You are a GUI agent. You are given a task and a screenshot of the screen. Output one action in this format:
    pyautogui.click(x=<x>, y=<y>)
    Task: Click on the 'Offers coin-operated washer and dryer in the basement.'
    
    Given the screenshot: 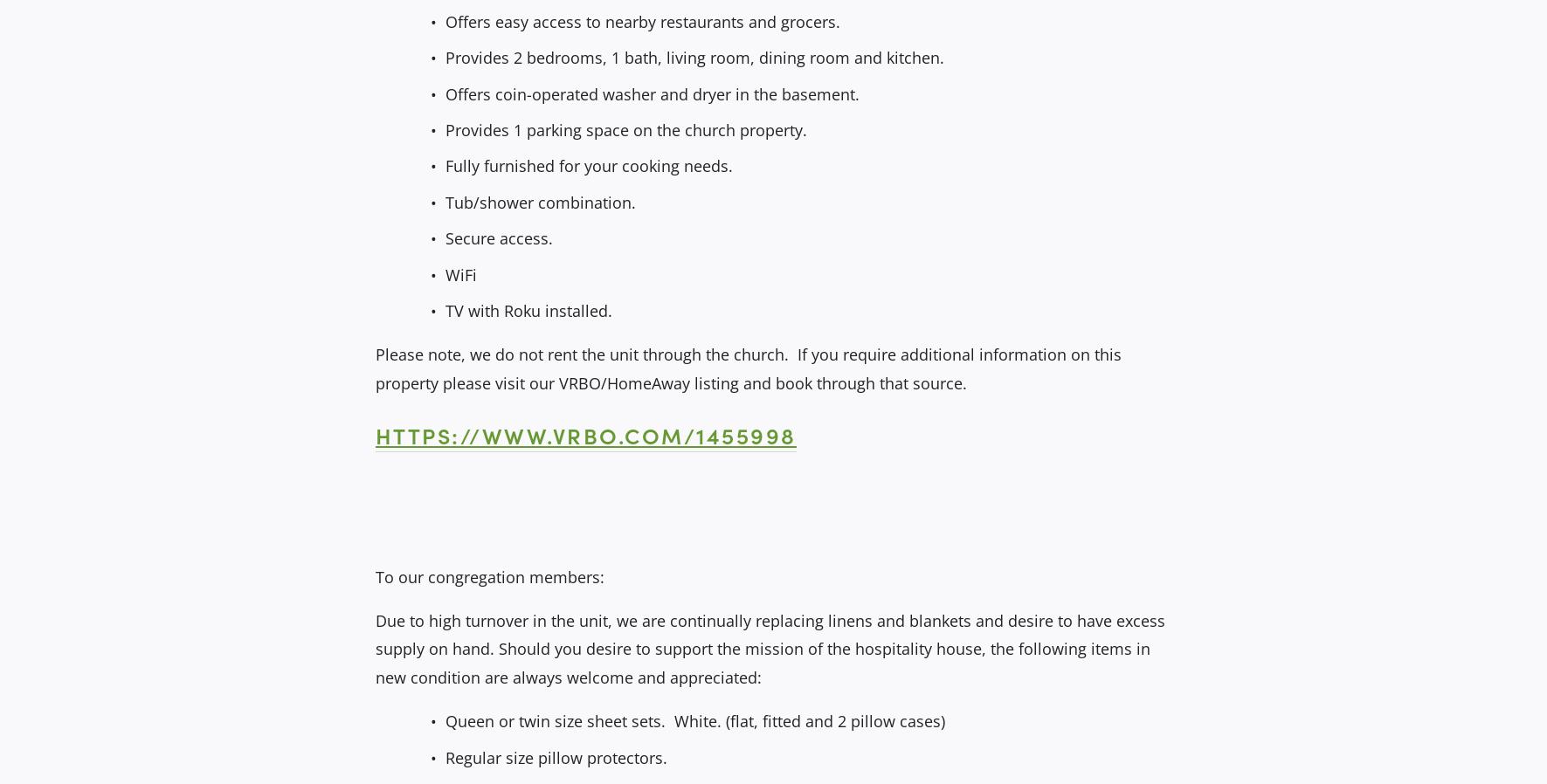 What is the action you would take?
    pyautogui.click(x=443, y=93)
    